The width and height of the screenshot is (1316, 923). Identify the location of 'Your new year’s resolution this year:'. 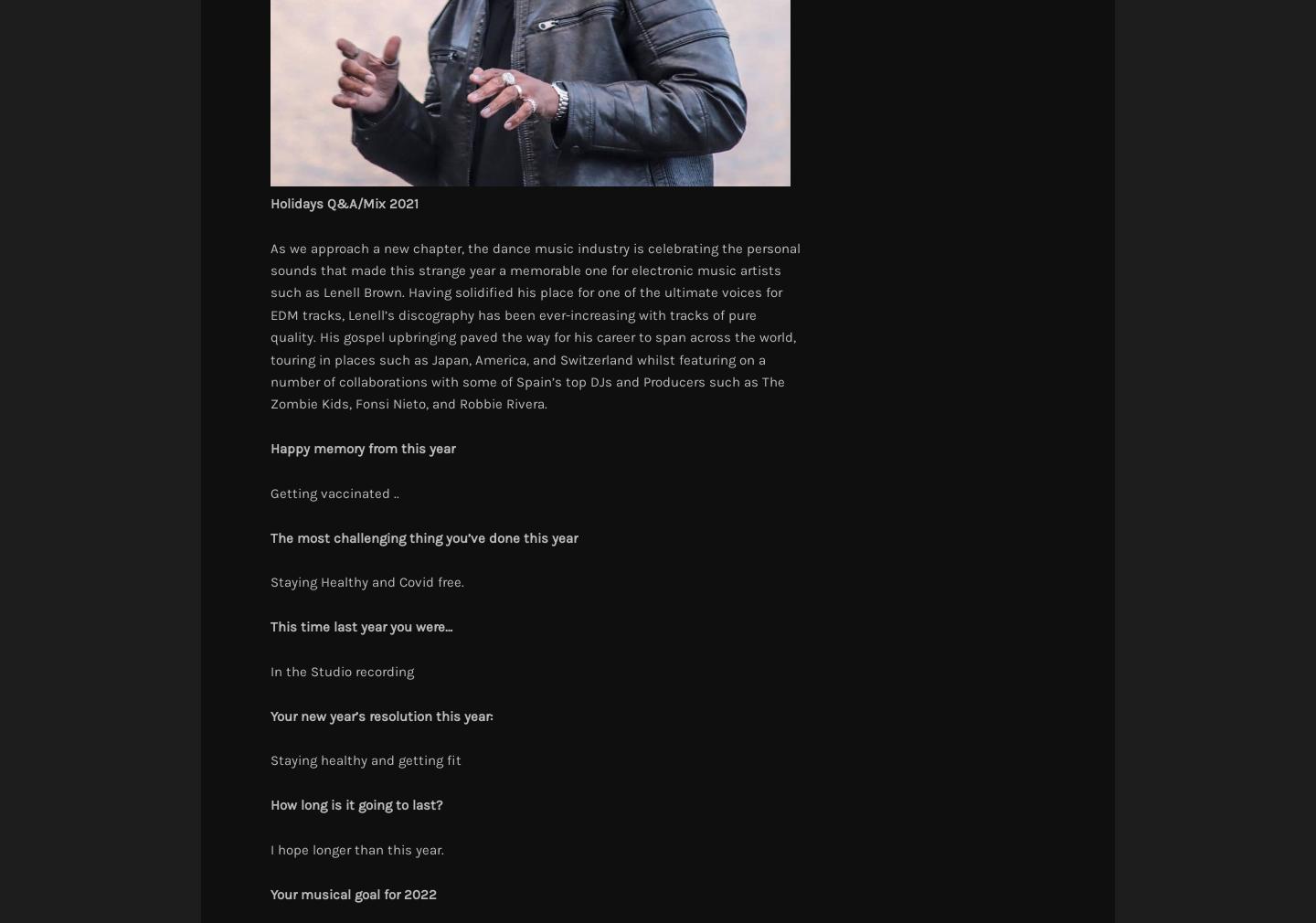
(380, 715).